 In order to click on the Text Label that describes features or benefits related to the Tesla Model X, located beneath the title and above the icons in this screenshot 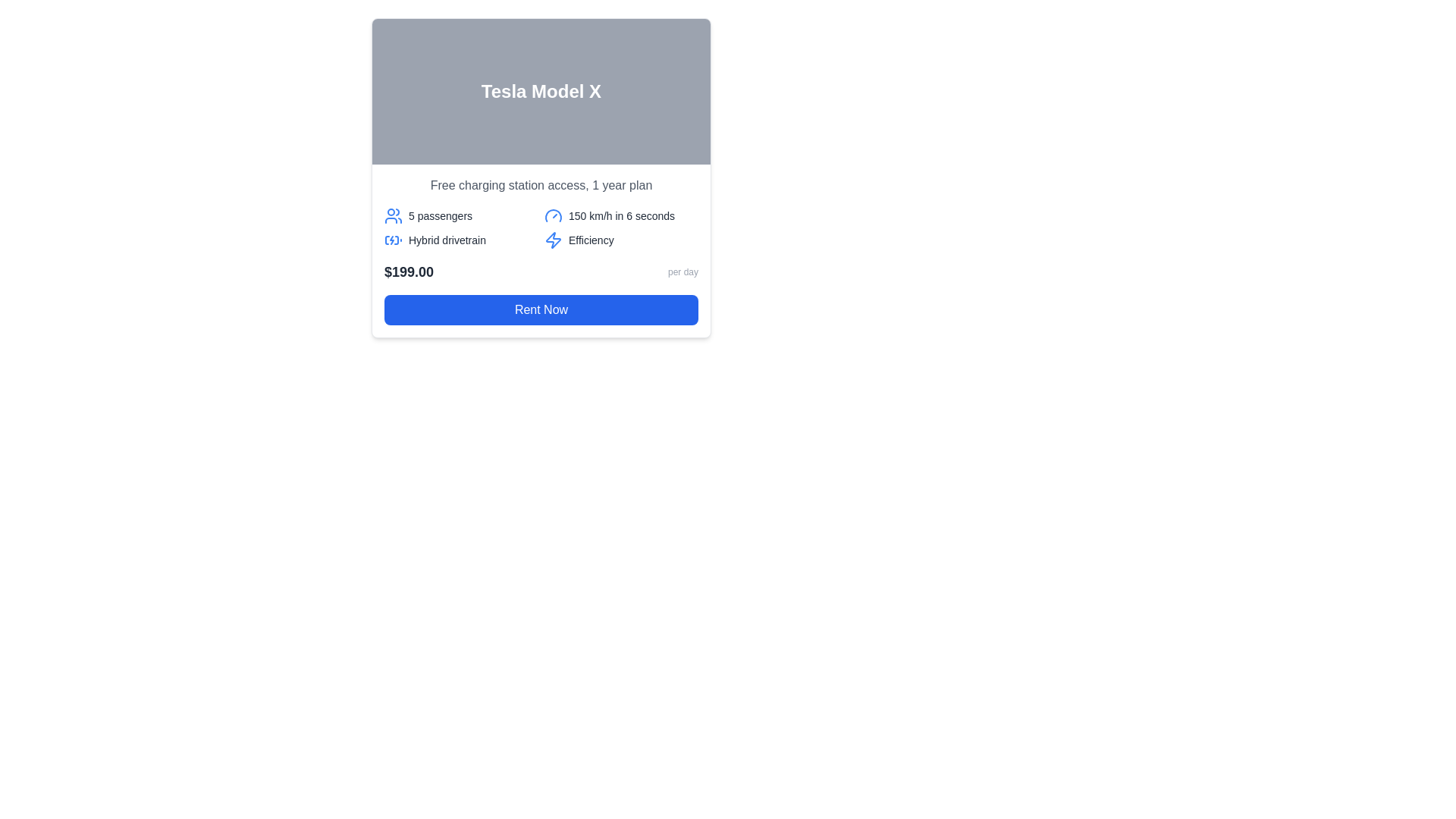, I will do `click(541, 185)`.